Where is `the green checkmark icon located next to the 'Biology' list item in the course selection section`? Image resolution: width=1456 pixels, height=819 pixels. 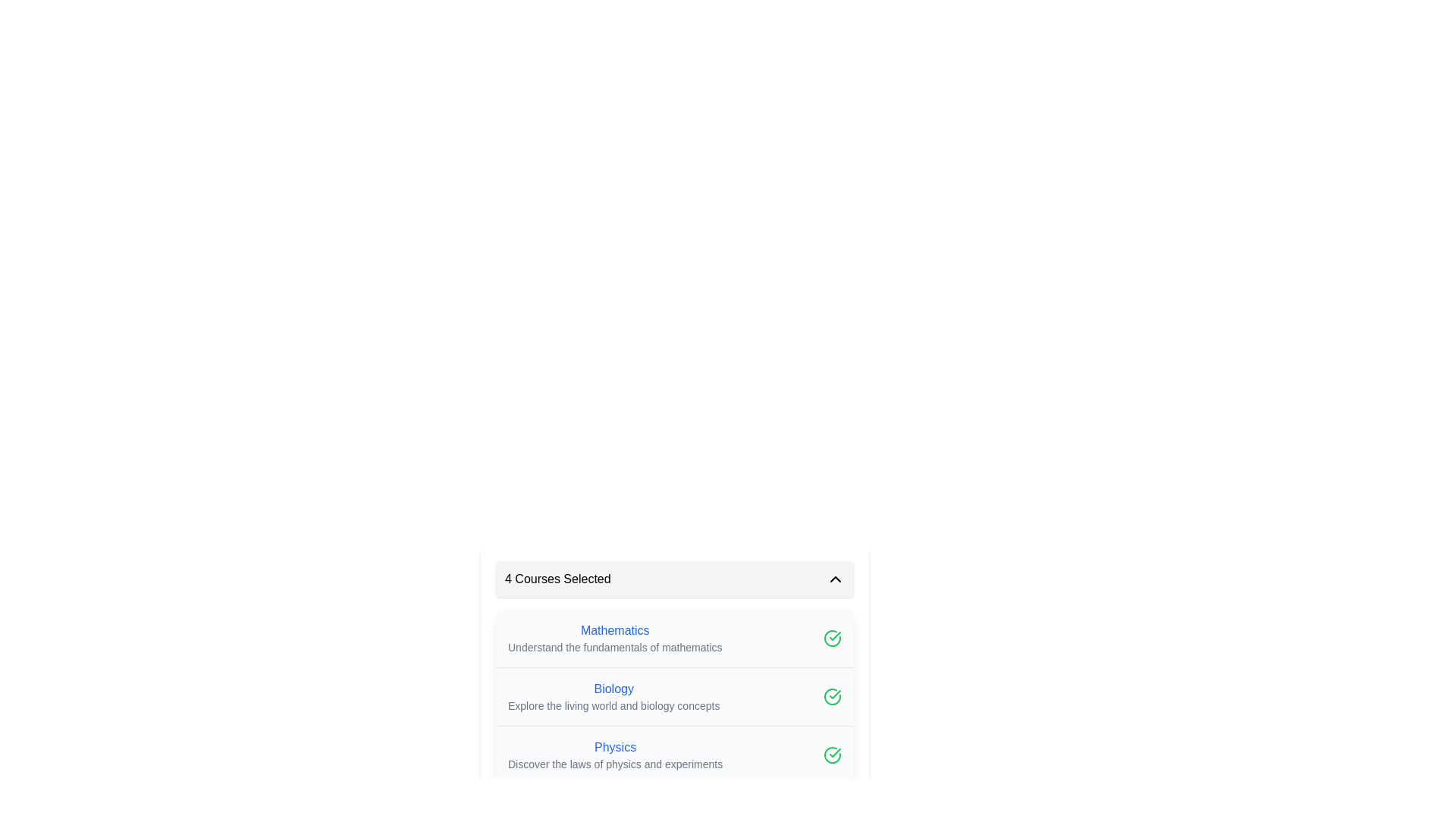
the green checkmark icon located next to the 'Biology' list item in the course selection section is located at coordinates (673, 696).